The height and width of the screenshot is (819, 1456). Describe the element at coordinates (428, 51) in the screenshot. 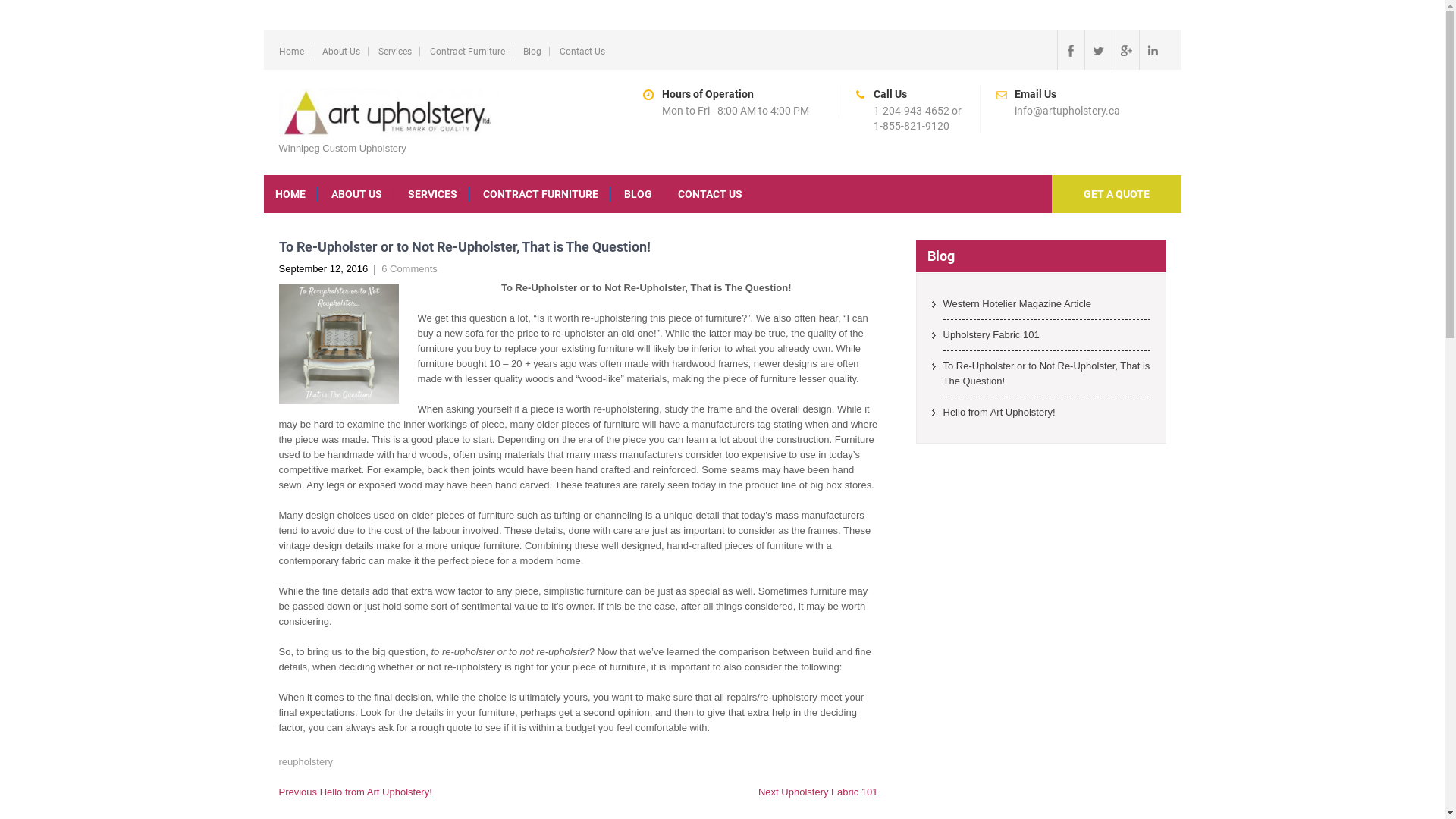

I see `'Contract Furniture'` at that location.